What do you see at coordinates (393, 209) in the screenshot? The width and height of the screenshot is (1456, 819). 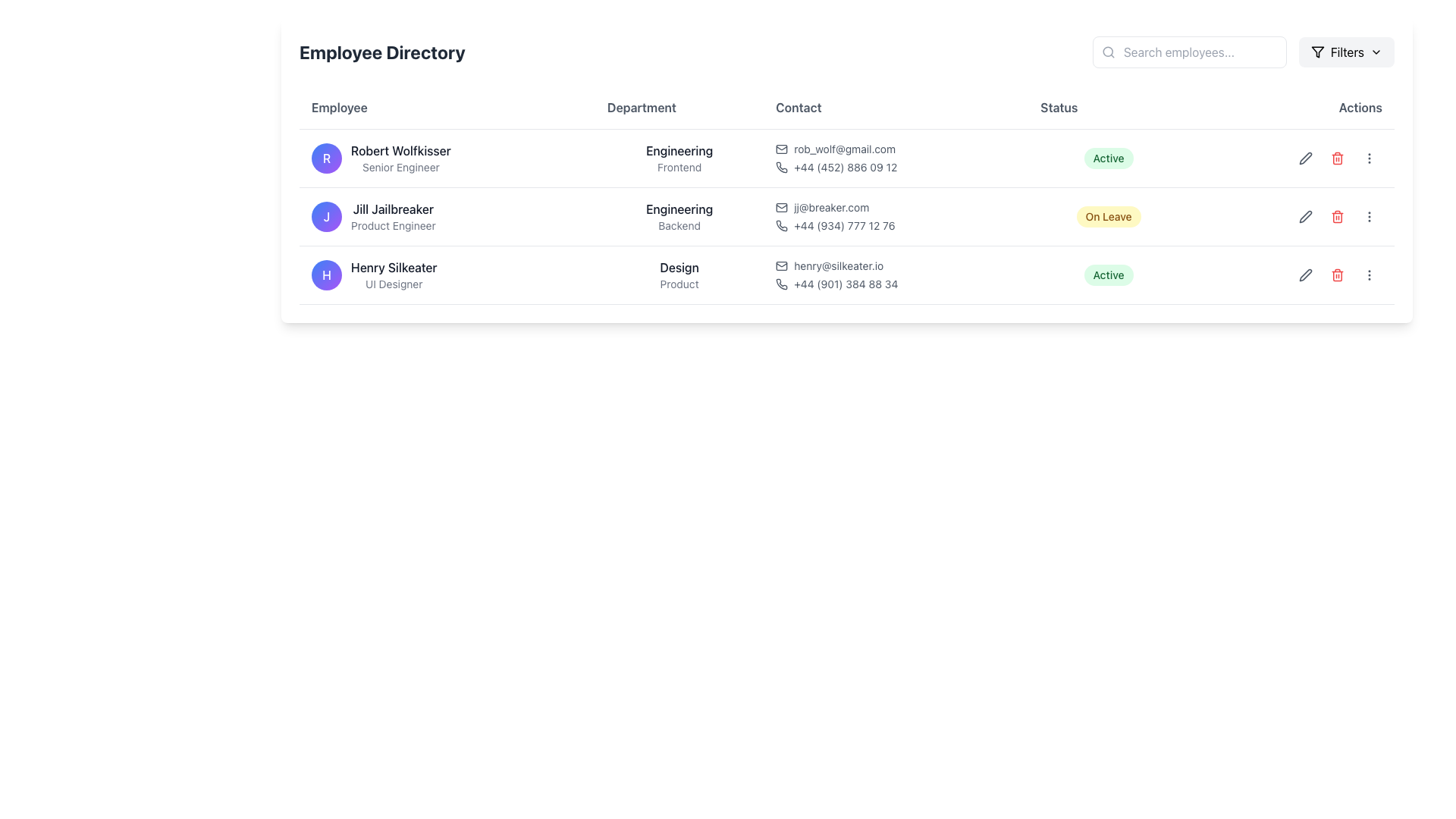 I see `the text label displaying 'Jill Jailbreaker' in the employee directory, which is positioned above the job title 'Product Engineer'` at bounding box center [393, 209].